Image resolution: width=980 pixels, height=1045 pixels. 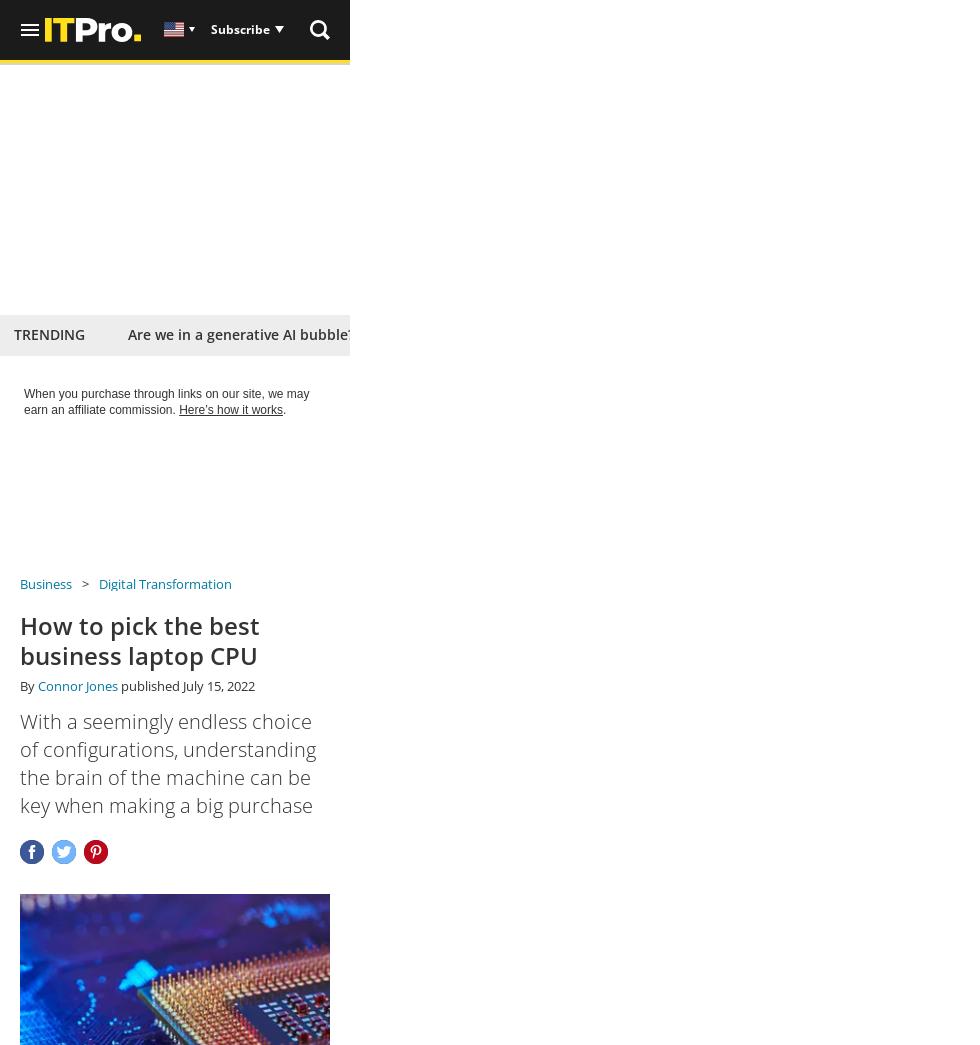 What do you see at coordinates (164, 583) in the screenshot?
I see `'Digital Transformation'` at bounding box center [164, 583].